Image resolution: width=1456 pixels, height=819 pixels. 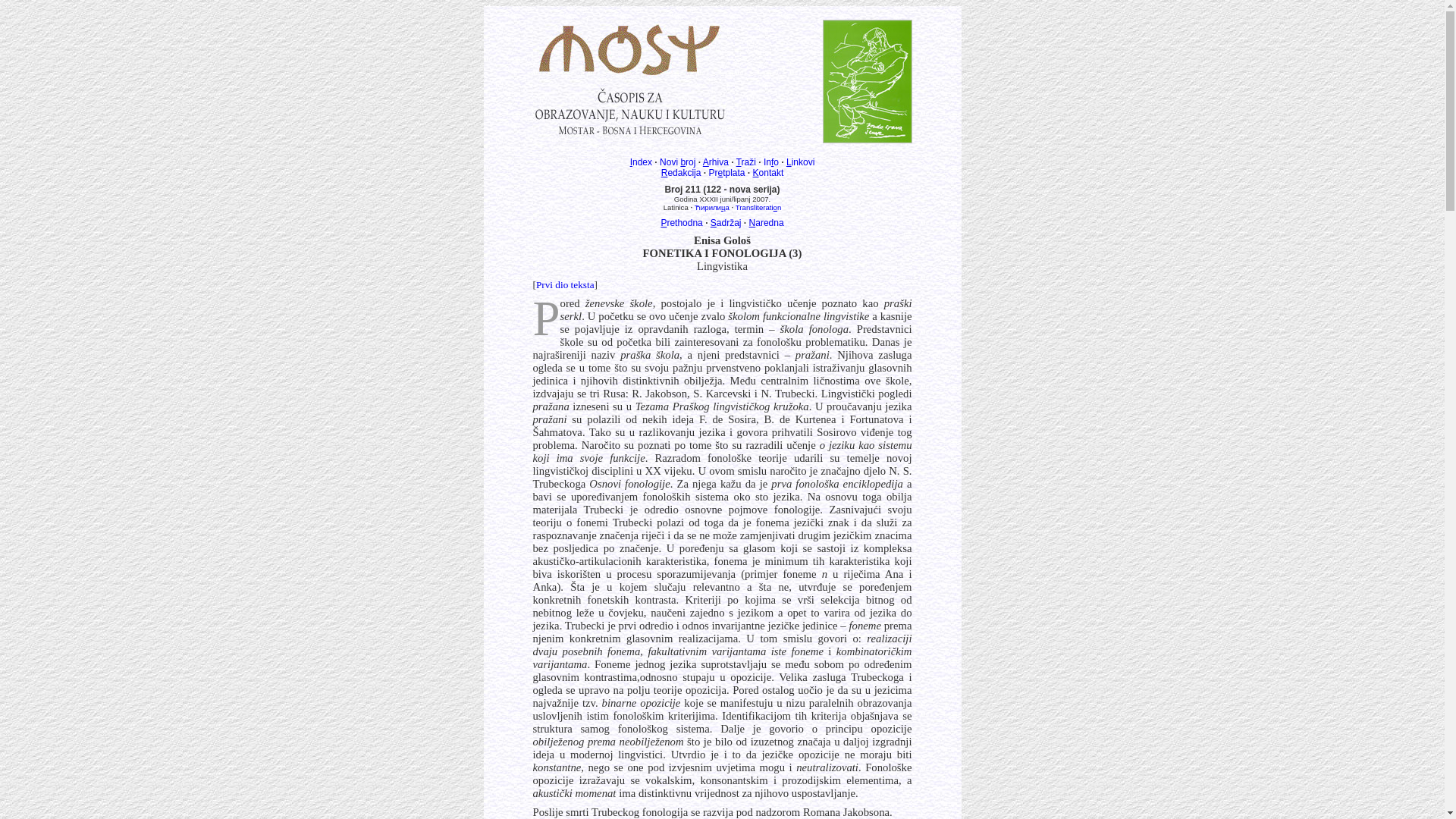 What do you see at coordinates (680, 171) in the screenshot?
I see `'Redakcija'` at bounding box center [680, 171].